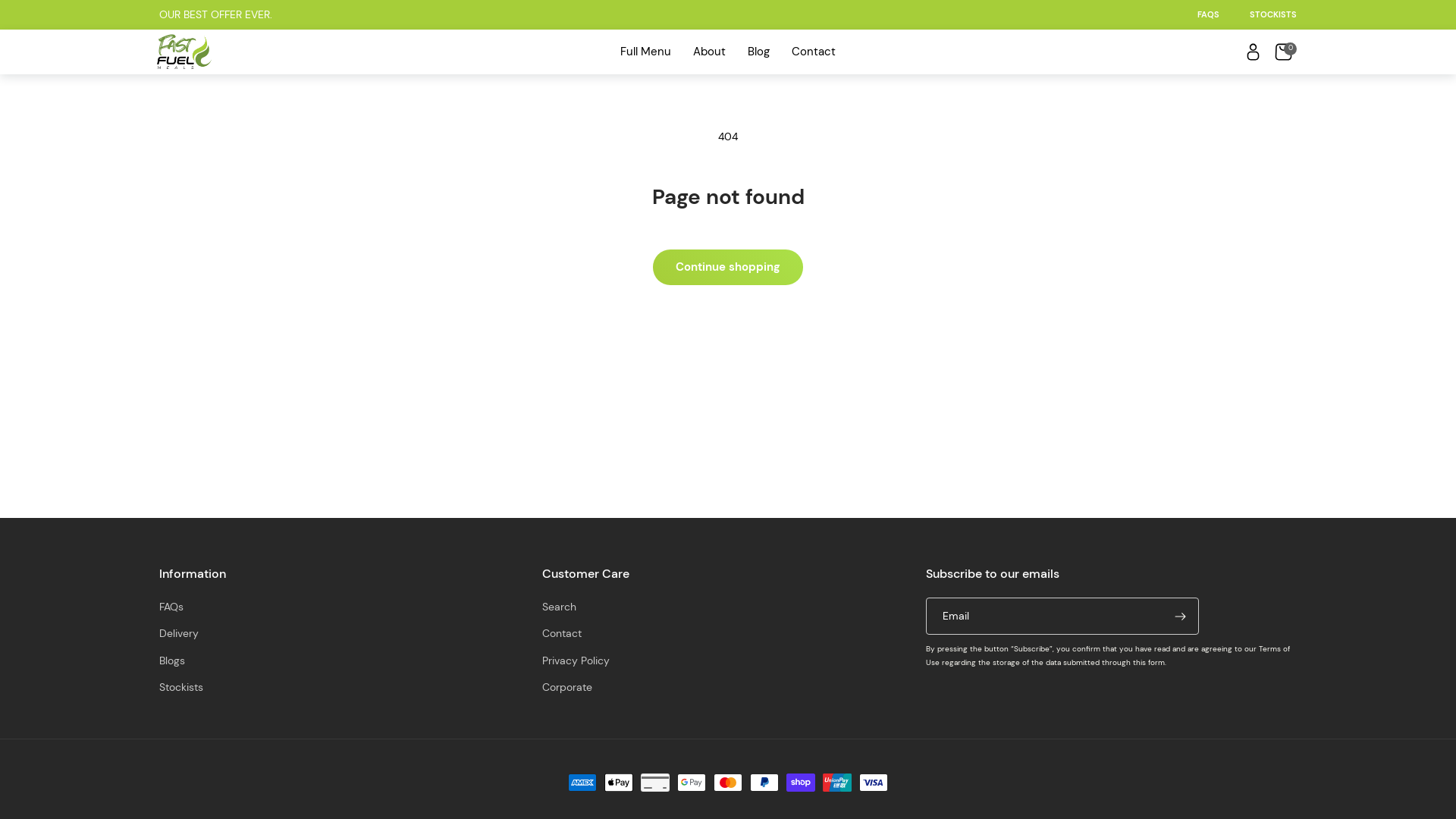 This screenshot has height=819, width=1456. I want to click on 'STOCKISTS', so click(1273, 14).